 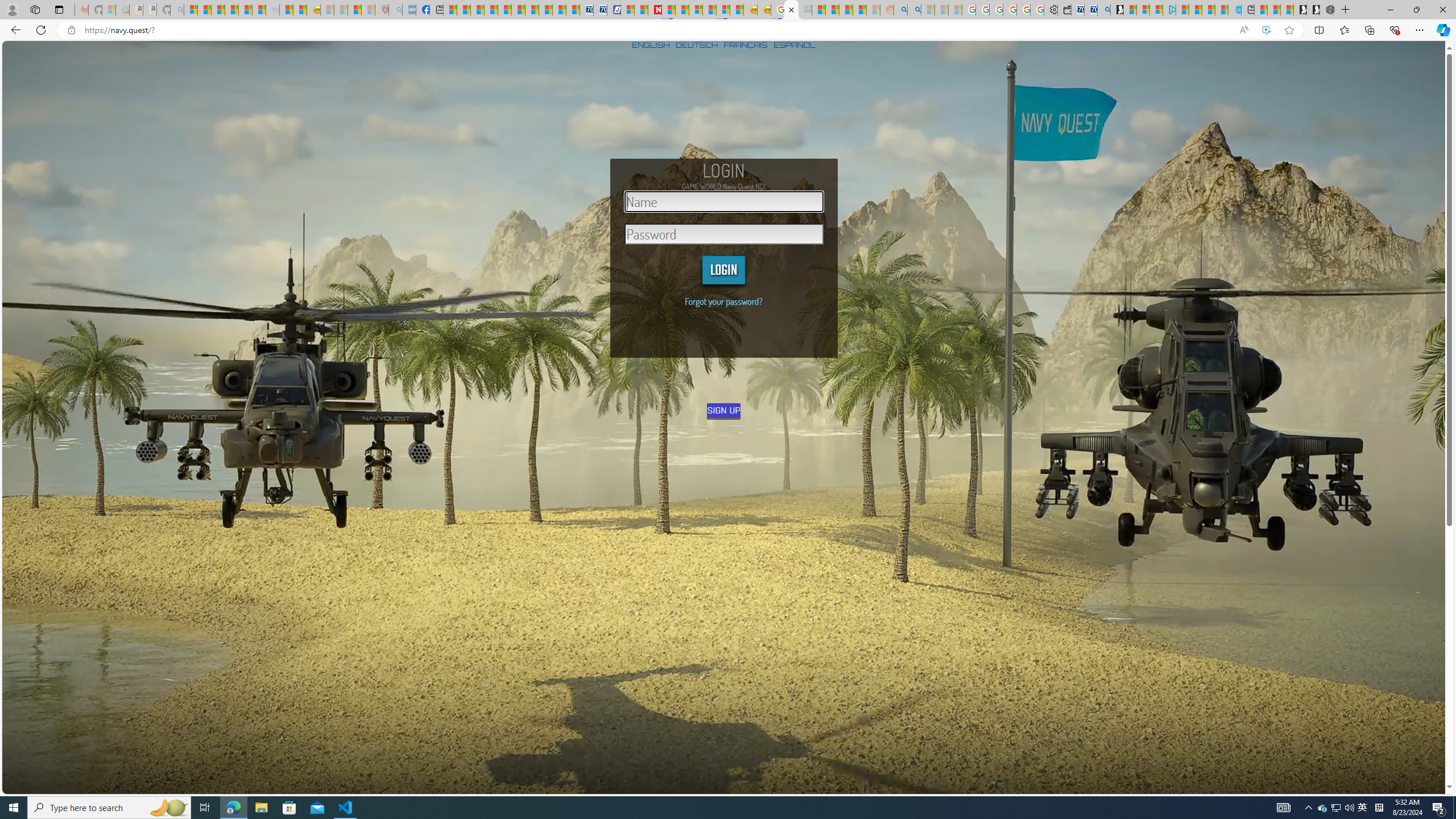 I want to click on 'ENGLISH', so click(x=651, y=44).